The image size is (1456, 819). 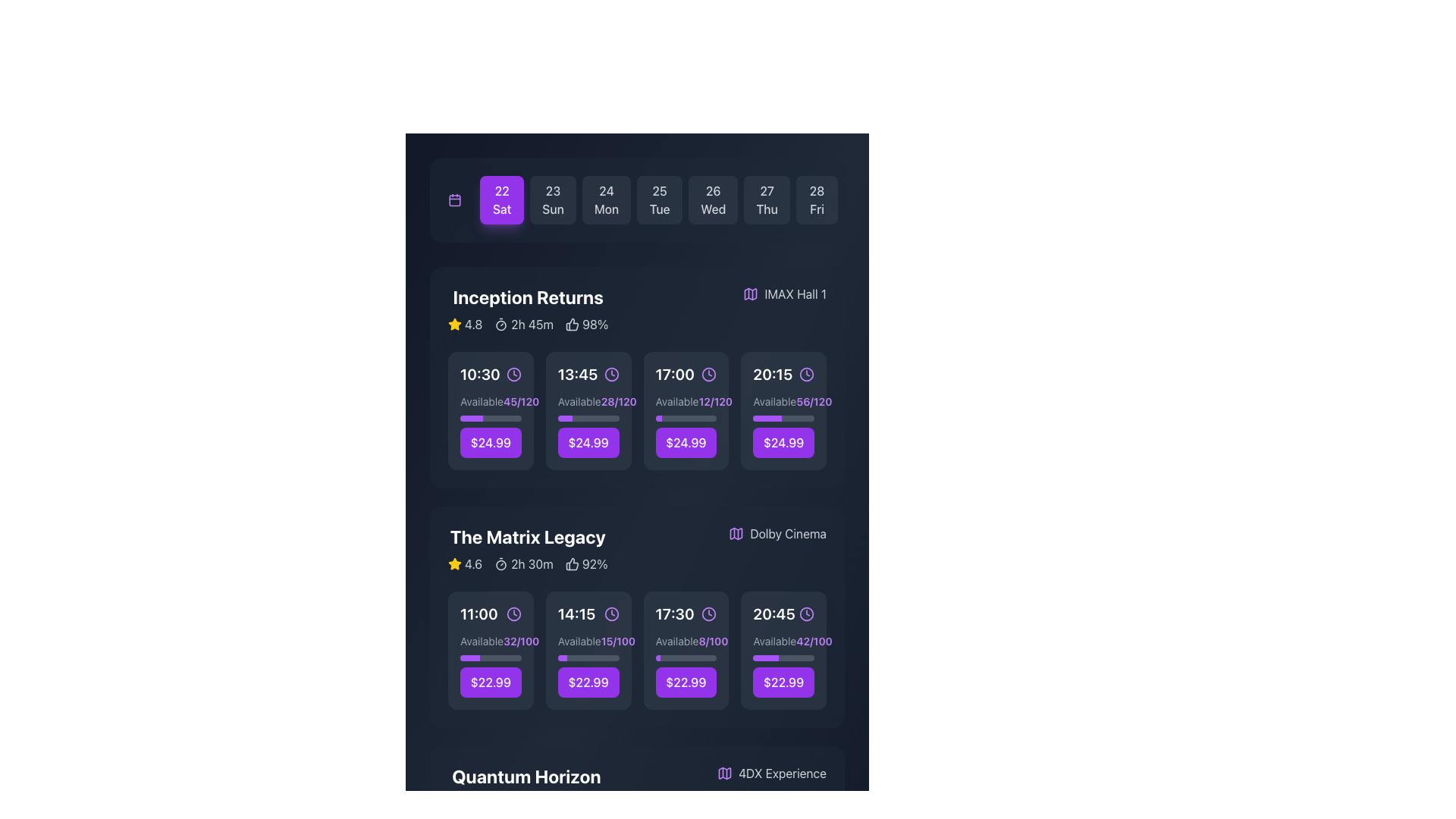 What do you see at coordinates (685, 641) in the screenshot?
I see `the text label displaying 'Available' in gray and '8/100' in purple, which indicates the availability for the movie 'The Matrix Legacy.'` at bounding box center [685, 641].